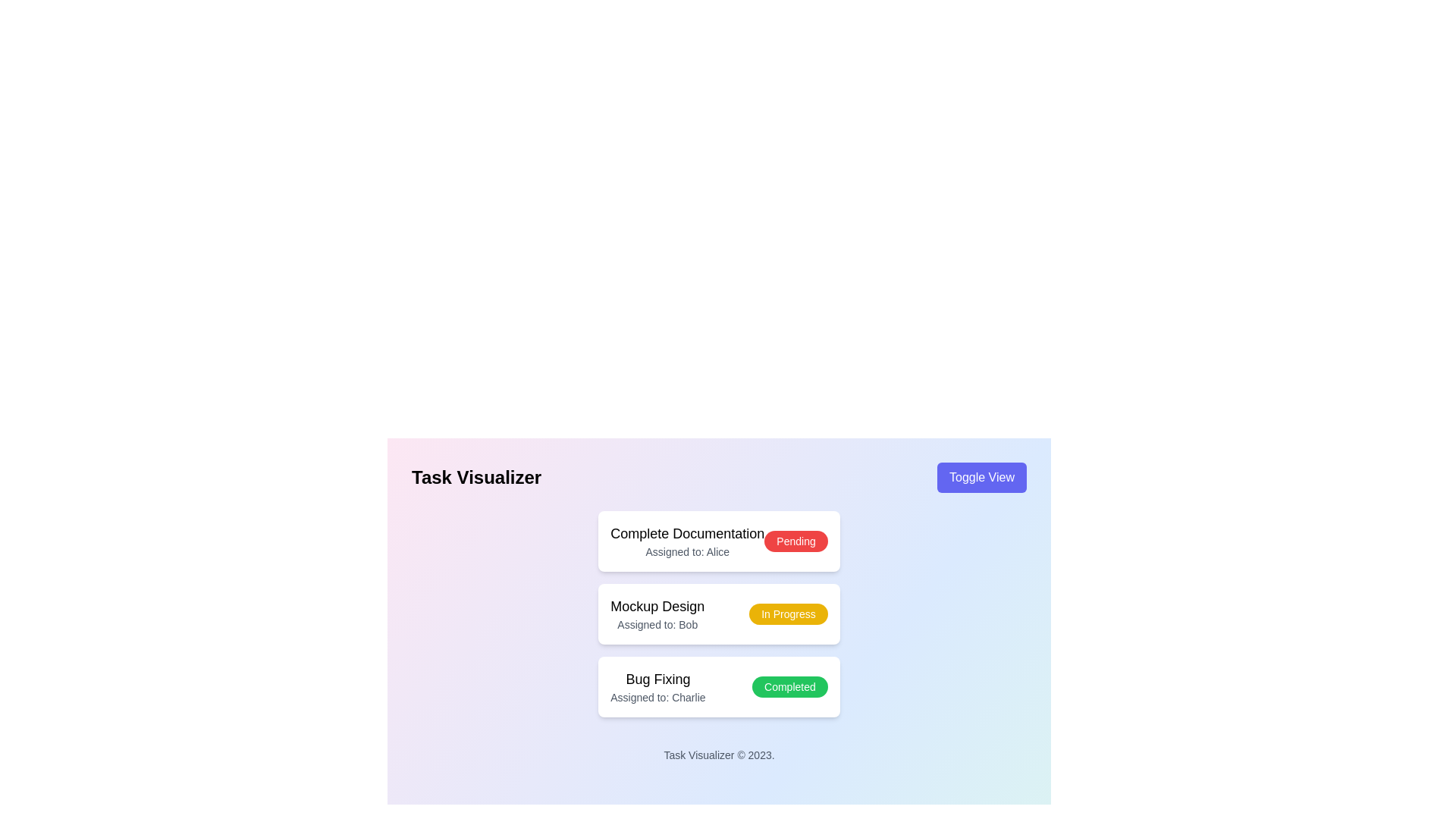  I want to click on the text label displaying 'Assigned to: Alice', which is located beneath 'Complete Documentation' within a task card at the top of the stack, so click(686, 552).